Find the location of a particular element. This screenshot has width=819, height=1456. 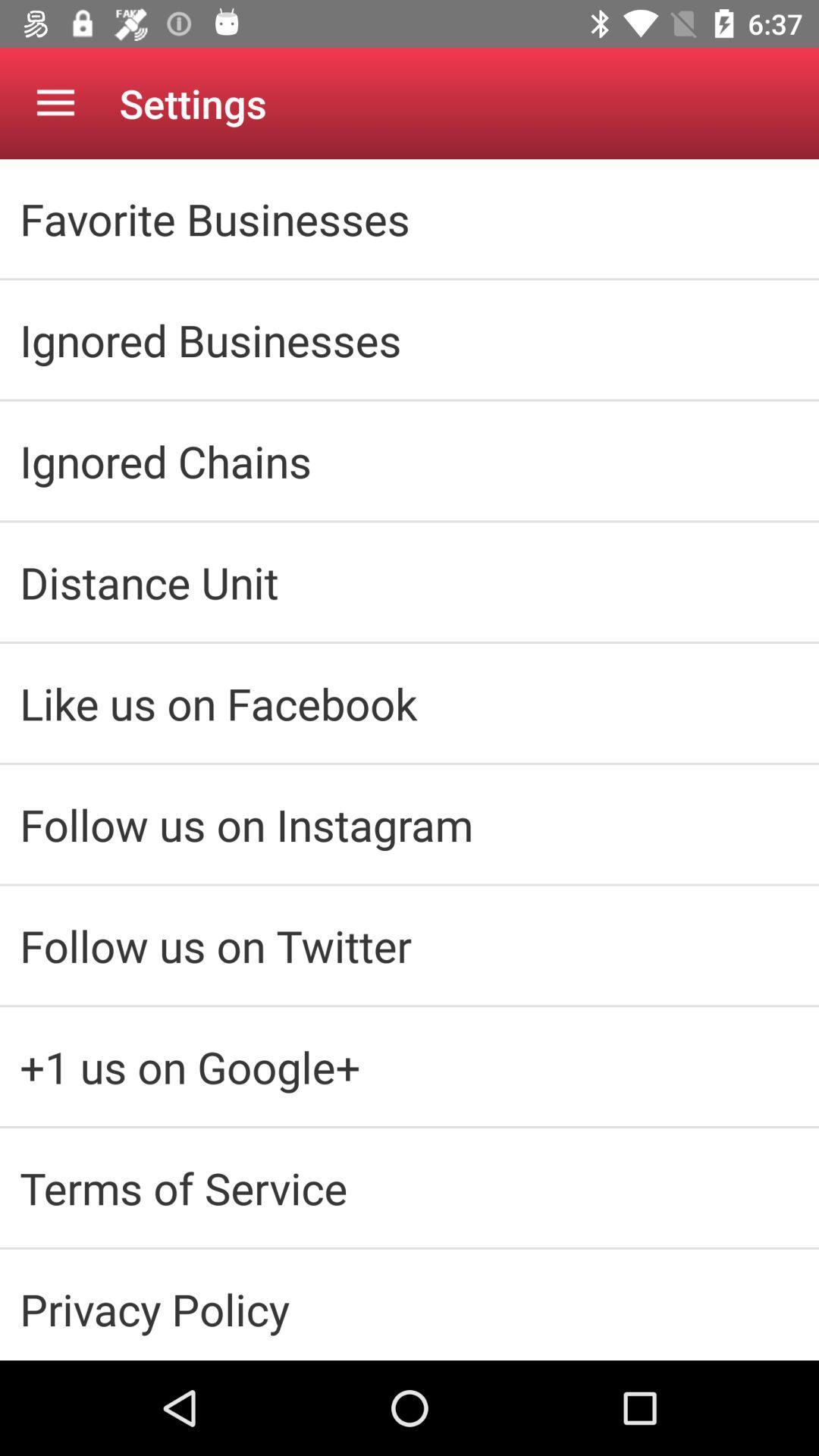

distance unit item is located at coordinates (409, 581).